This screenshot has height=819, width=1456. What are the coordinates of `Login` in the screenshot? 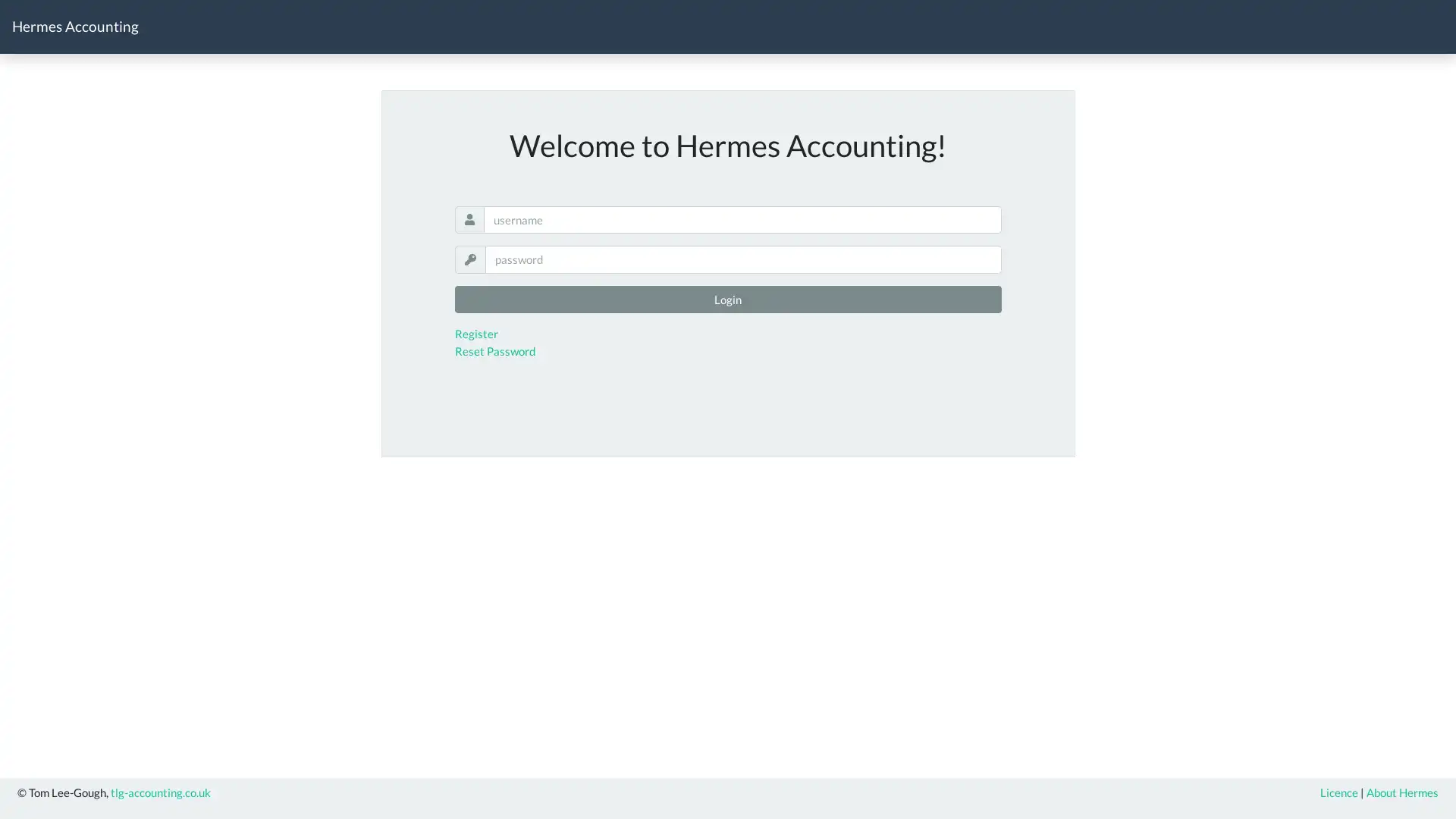 It's located at (726, 299).